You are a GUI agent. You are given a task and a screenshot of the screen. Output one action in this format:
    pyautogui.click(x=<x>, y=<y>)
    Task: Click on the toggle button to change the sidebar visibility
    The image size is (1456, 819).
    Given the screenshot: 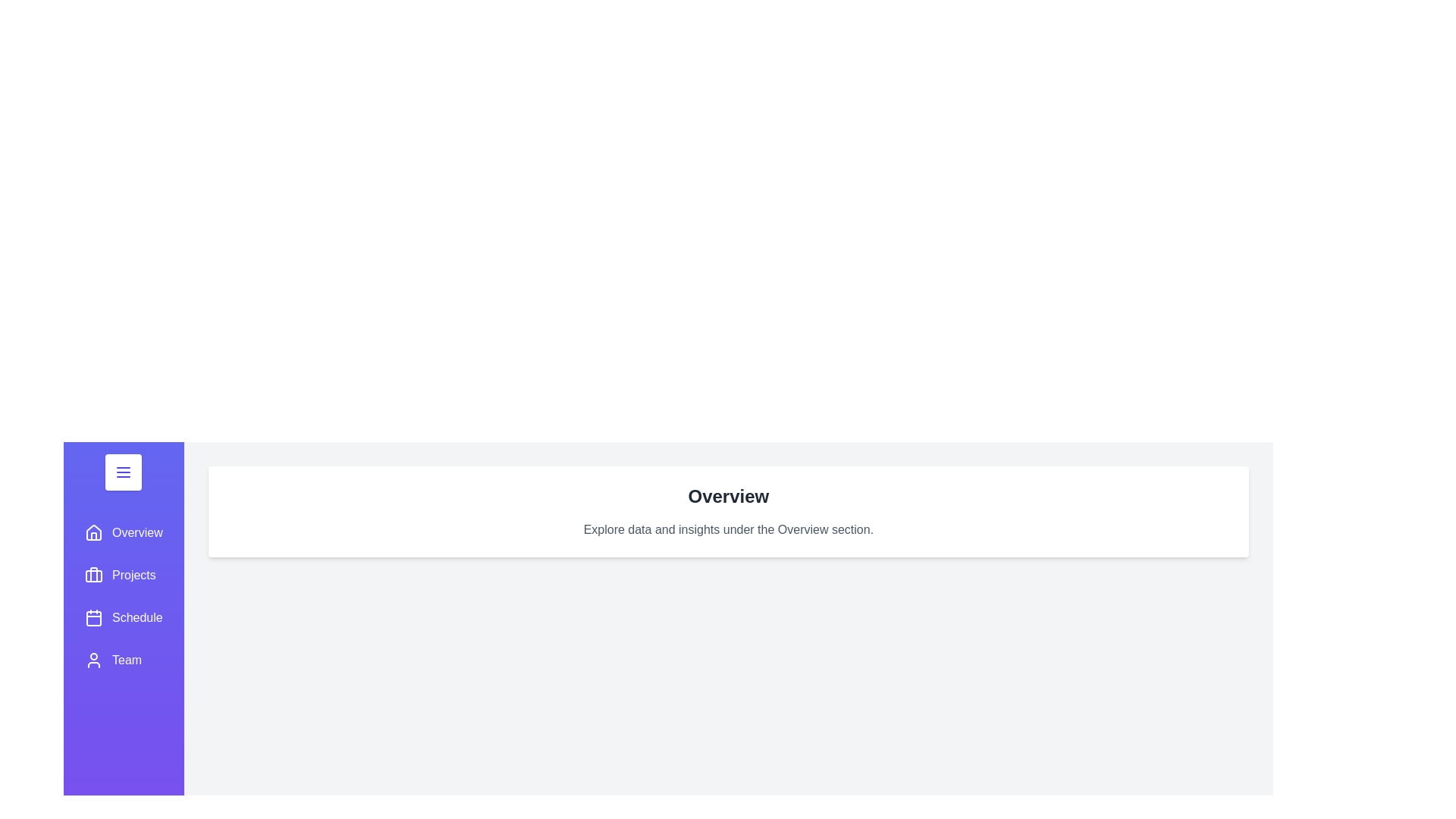 What is the action you would take?
    pyautogui.click(x=124, y=472)
    